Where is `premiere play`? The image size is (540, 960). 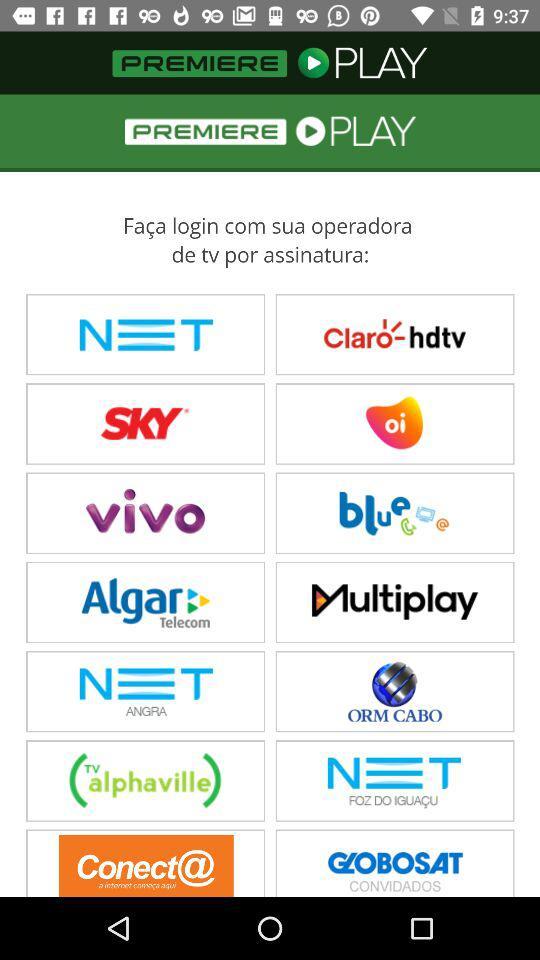 premiere play is located at coordinates (270, 494).